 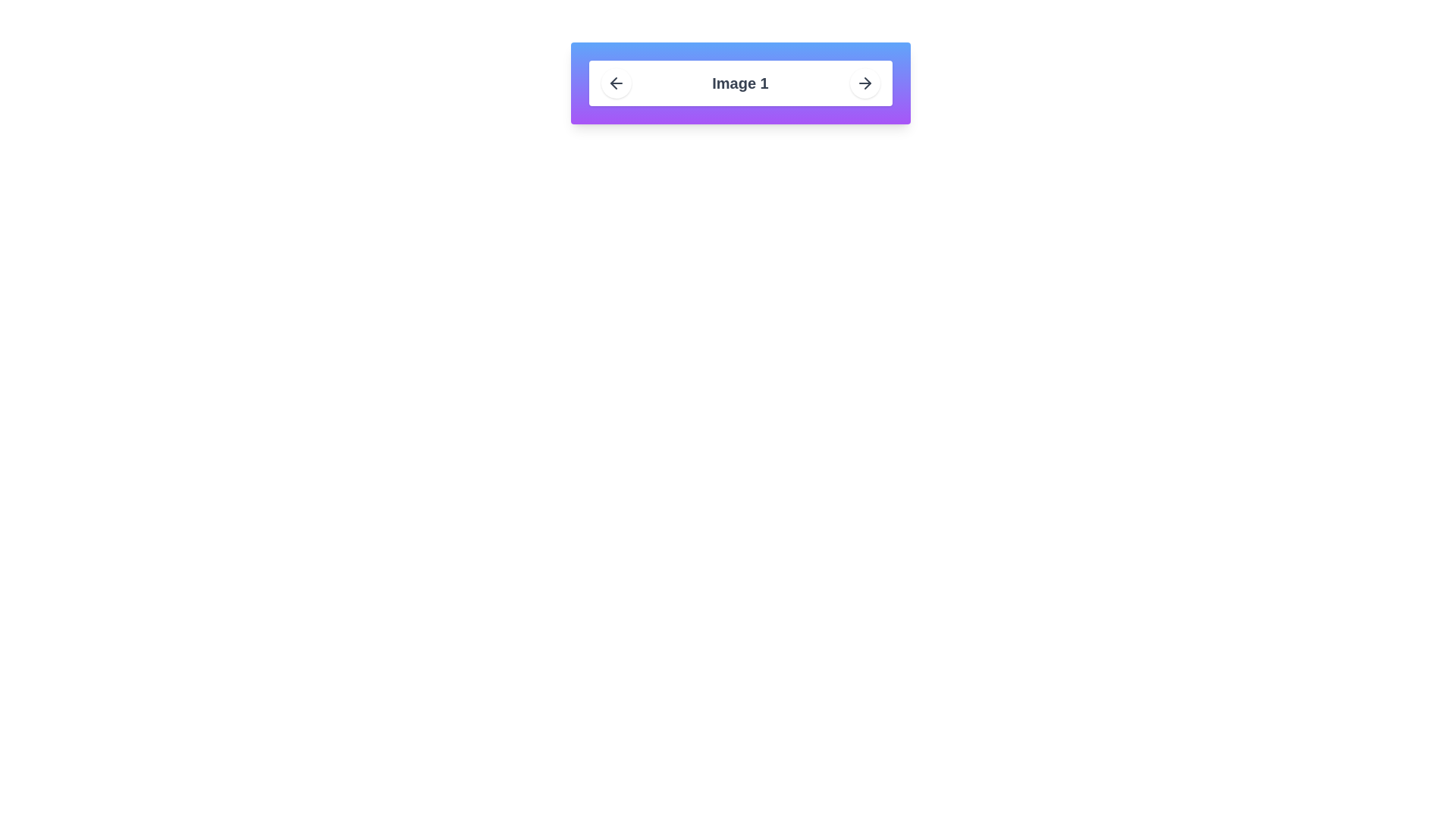 What do you see at coordinates (867, 83) in the screenshot?
I see `the right-pointing arrow icon within the SVG structure located on the far right of the horizontal navigation bar, adjacent to the text label 'Image 1'` at bounding box center [867, 83].